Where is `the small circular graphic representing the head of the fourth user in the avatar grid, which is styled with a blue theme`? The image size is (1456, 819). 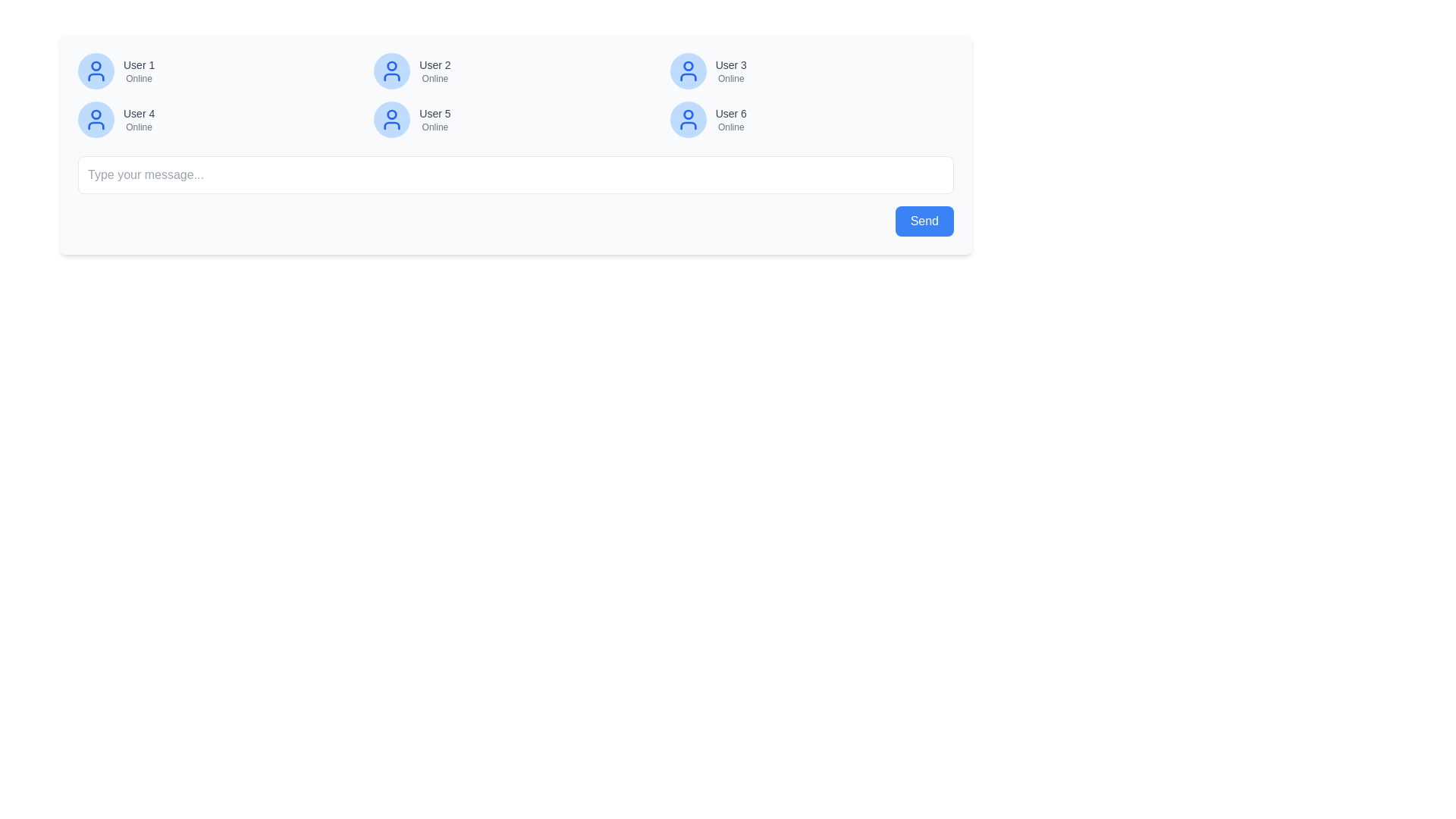 the small circular graphic representing the head of the fourth user in the avatar grid, which is styled with a blue theme is located at coordinates (95, 114).